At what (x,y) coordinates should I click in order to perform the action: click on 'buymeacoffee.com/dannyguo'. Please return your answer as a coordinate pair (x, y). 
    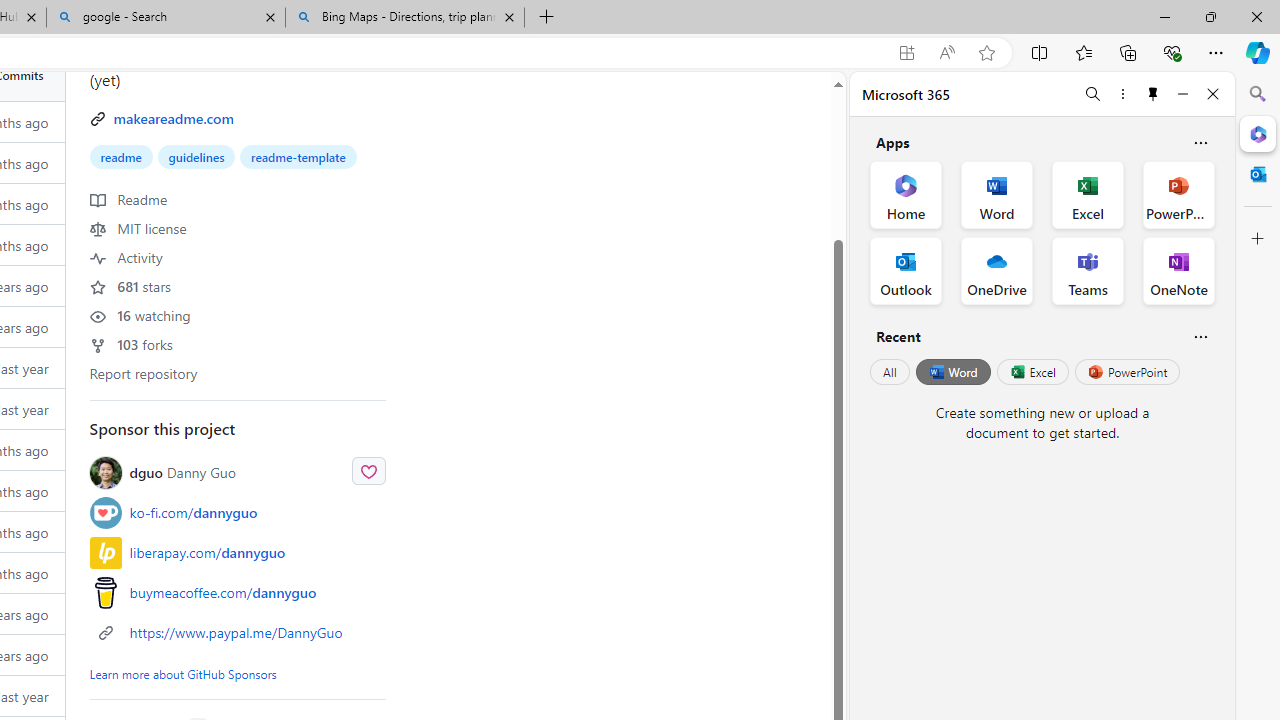
    Looking at the image, I should click on (238, 591).